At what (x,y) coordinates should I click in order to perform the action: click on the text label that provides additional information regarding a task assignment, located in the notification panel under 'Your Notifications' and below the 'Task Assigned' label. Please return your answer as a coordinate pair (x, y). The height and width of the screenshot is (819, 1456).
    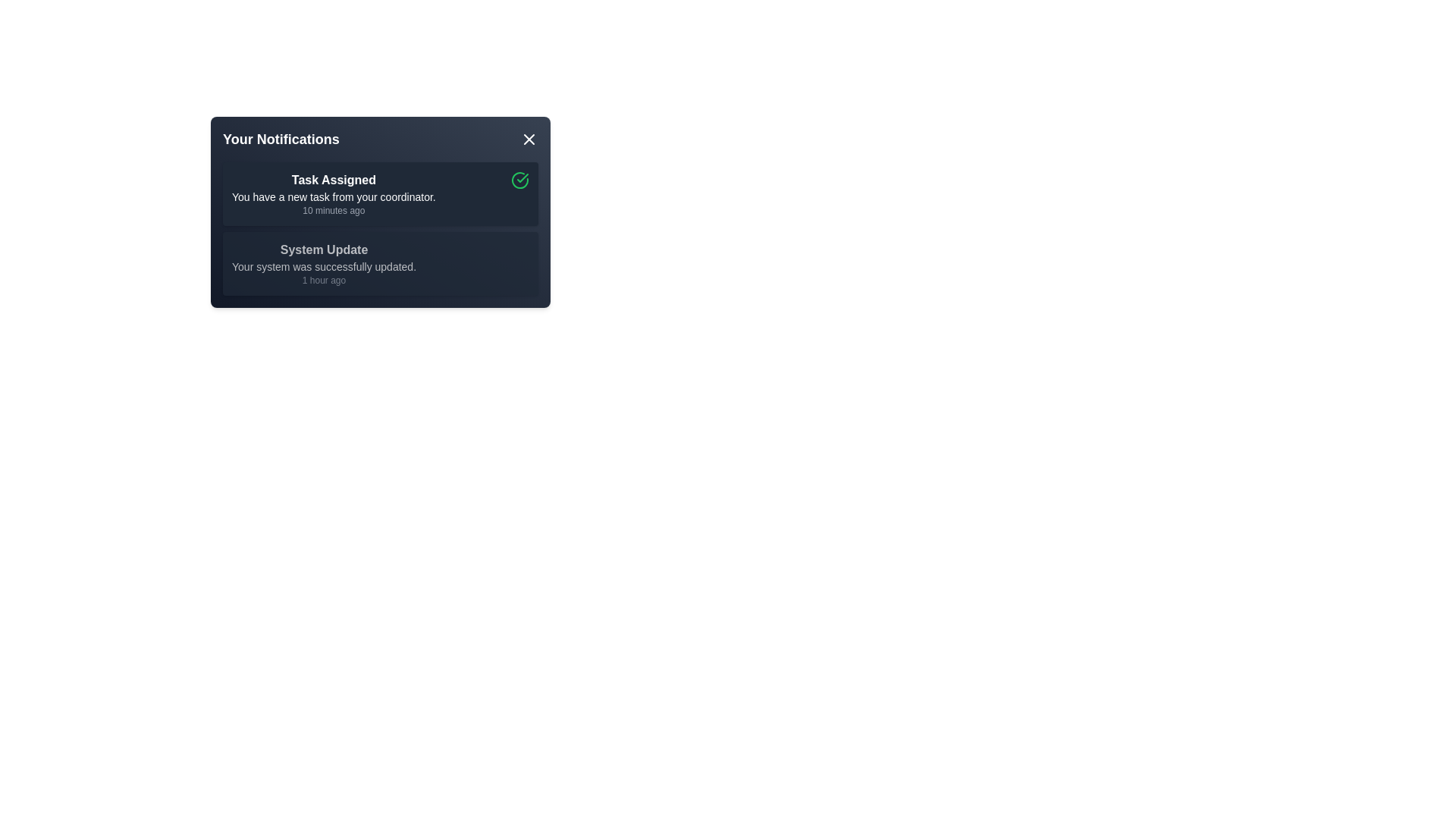
    Looking at the image, I should click on (333, 196).